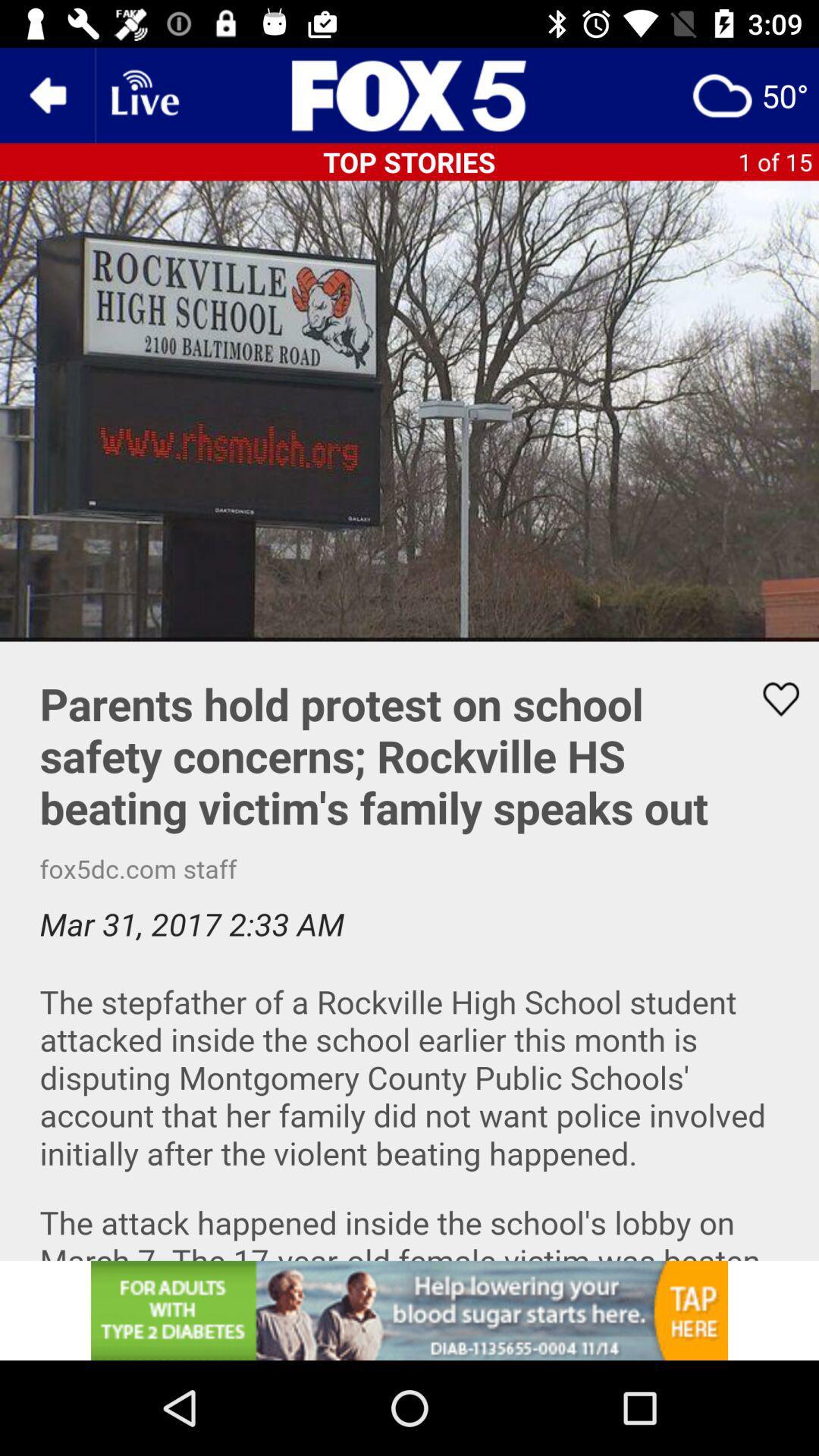 The image size is (819, 1456). What do you see at coordinates (46, 94) in the screenshot?
I see `the arrow_backward icon` at bounding box center [46, 94].